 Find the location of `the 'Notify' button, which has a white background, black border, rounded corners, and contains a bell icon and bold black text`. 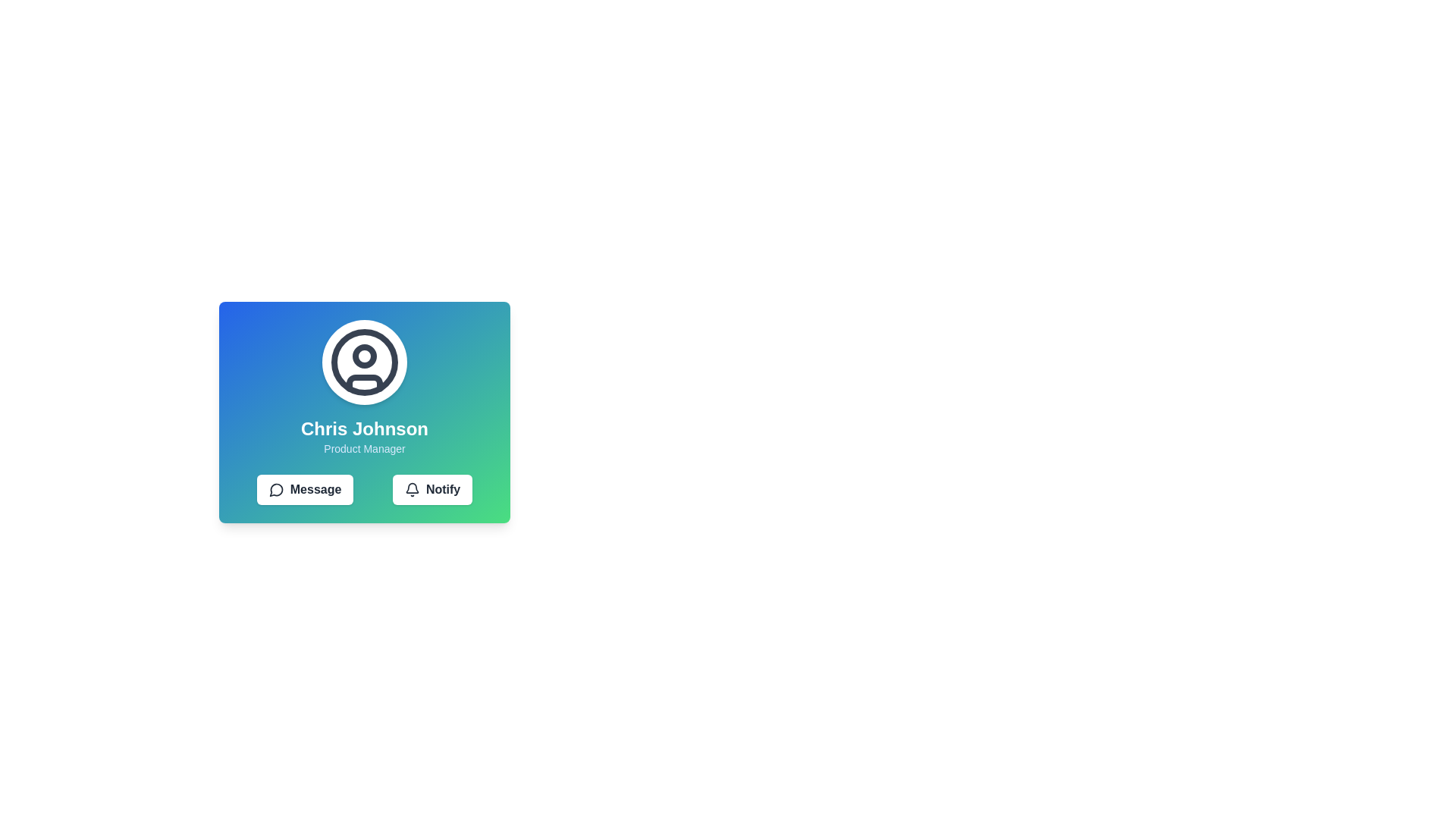

the 'Notify' button, which has a white background, black border, rounded corners, and contains a bell icon and bold black text is located at coordinates (431, 489).